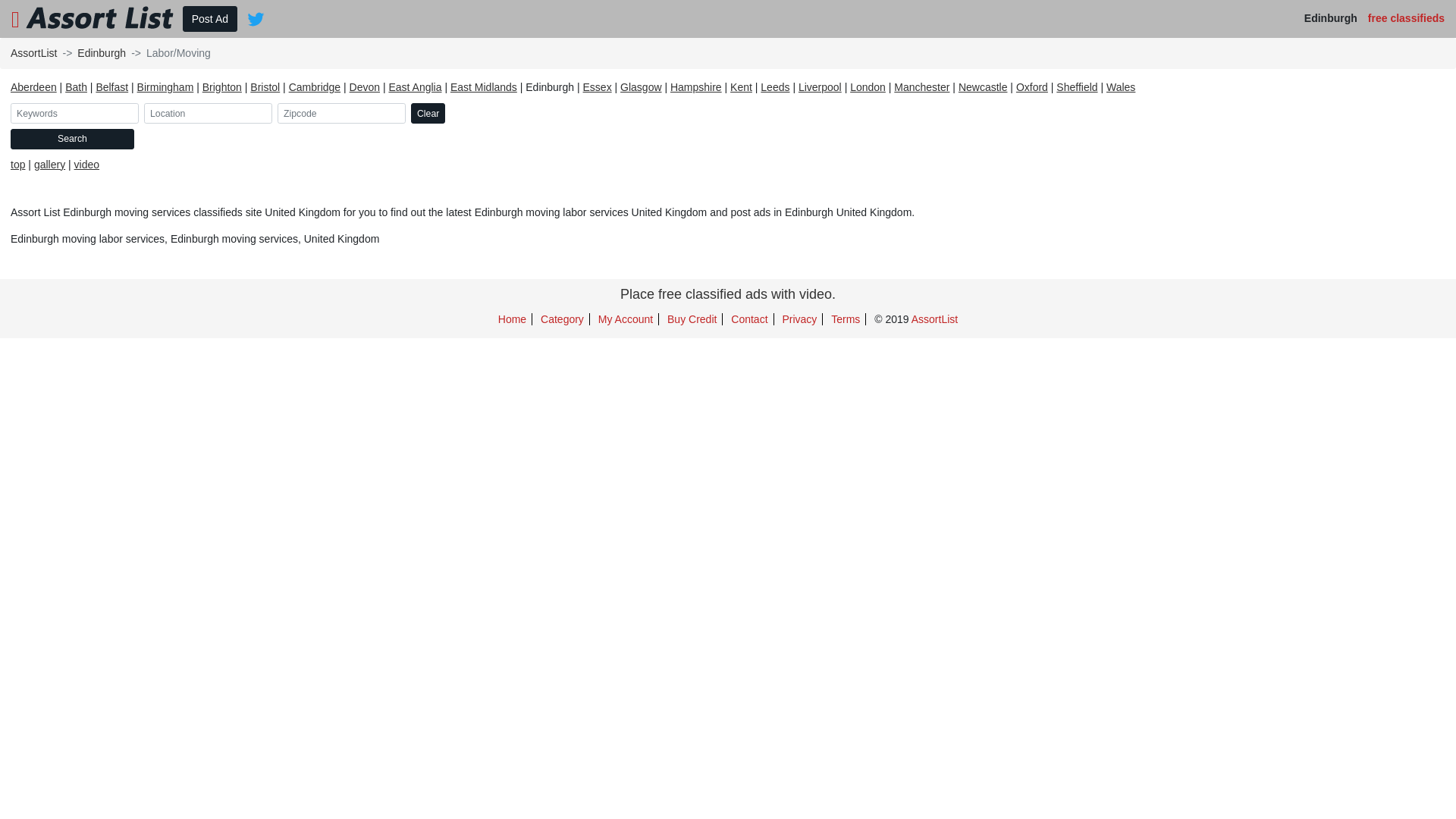 This screenshot has width=1456, height=819. What do you see at coordinates (17, 164) in the screenshot?
I see `'top'` at bounding box center [17, 164].